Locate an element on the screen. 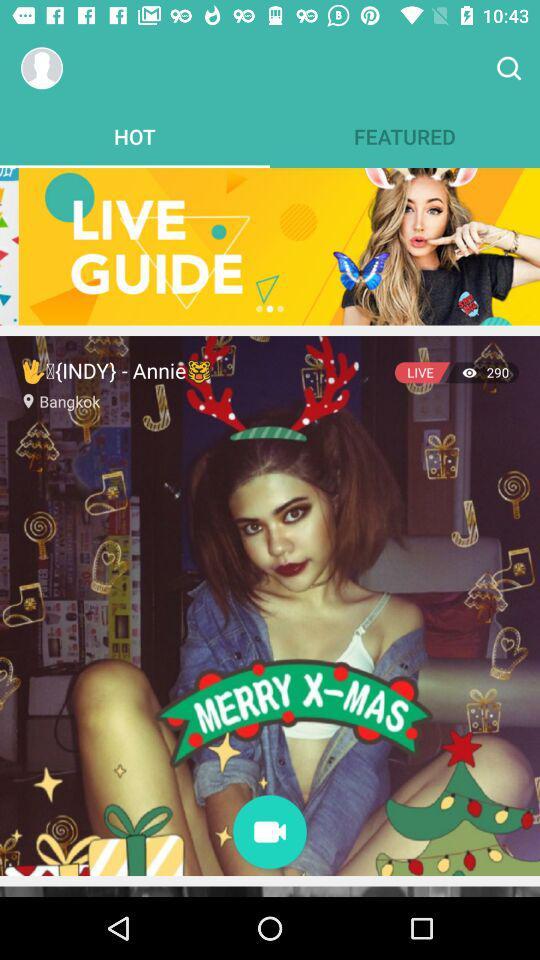  the videocam icon is located at coordinates (270, 833).